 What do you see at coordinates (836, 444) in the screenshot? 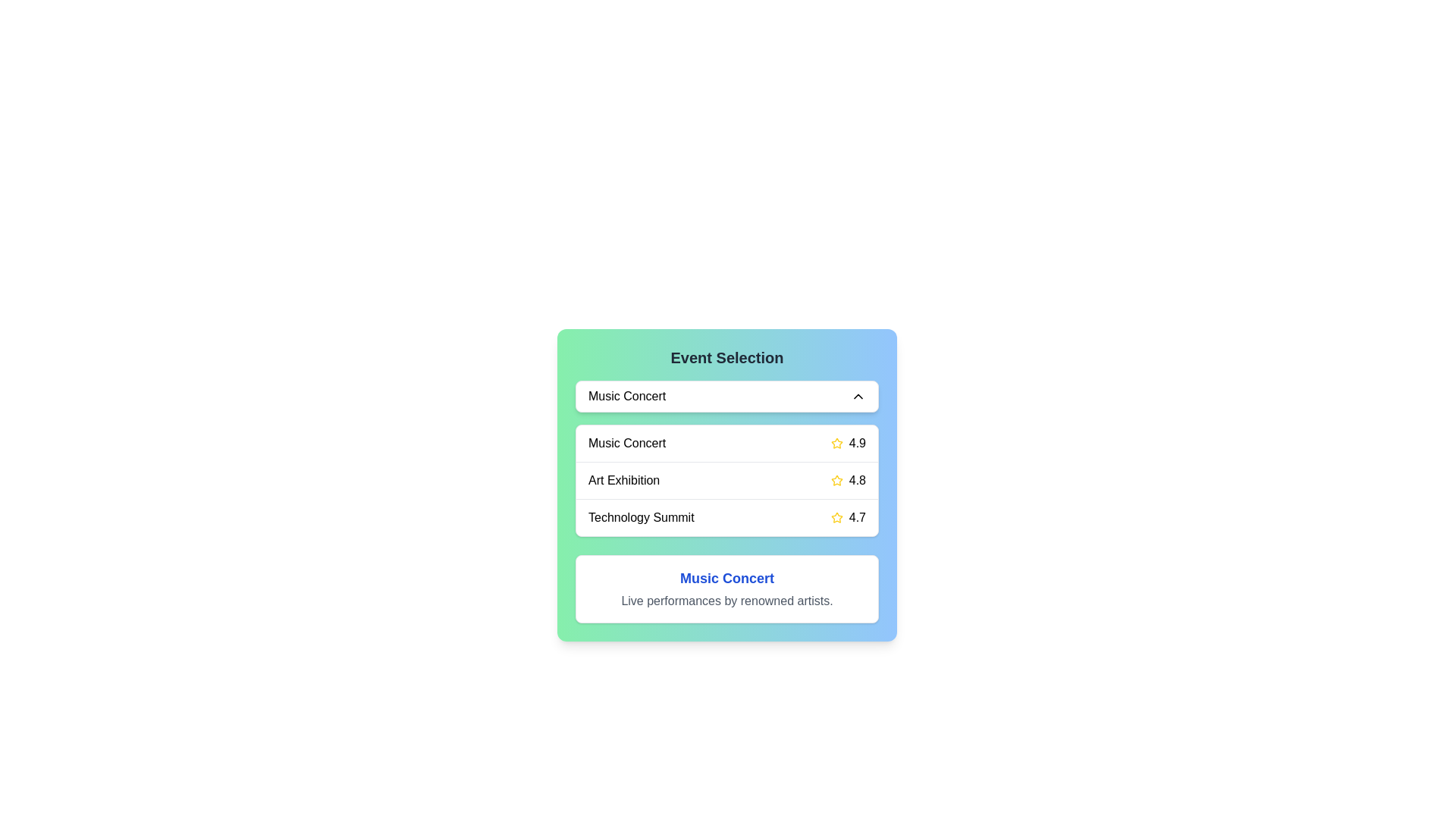
I see `the yellow star-shaped icon indicating a 4.9 rating, located in the third row of the central list box, to the left of '4.9' and to the right of 'Music Concert'` at bounding box center [836, 444].